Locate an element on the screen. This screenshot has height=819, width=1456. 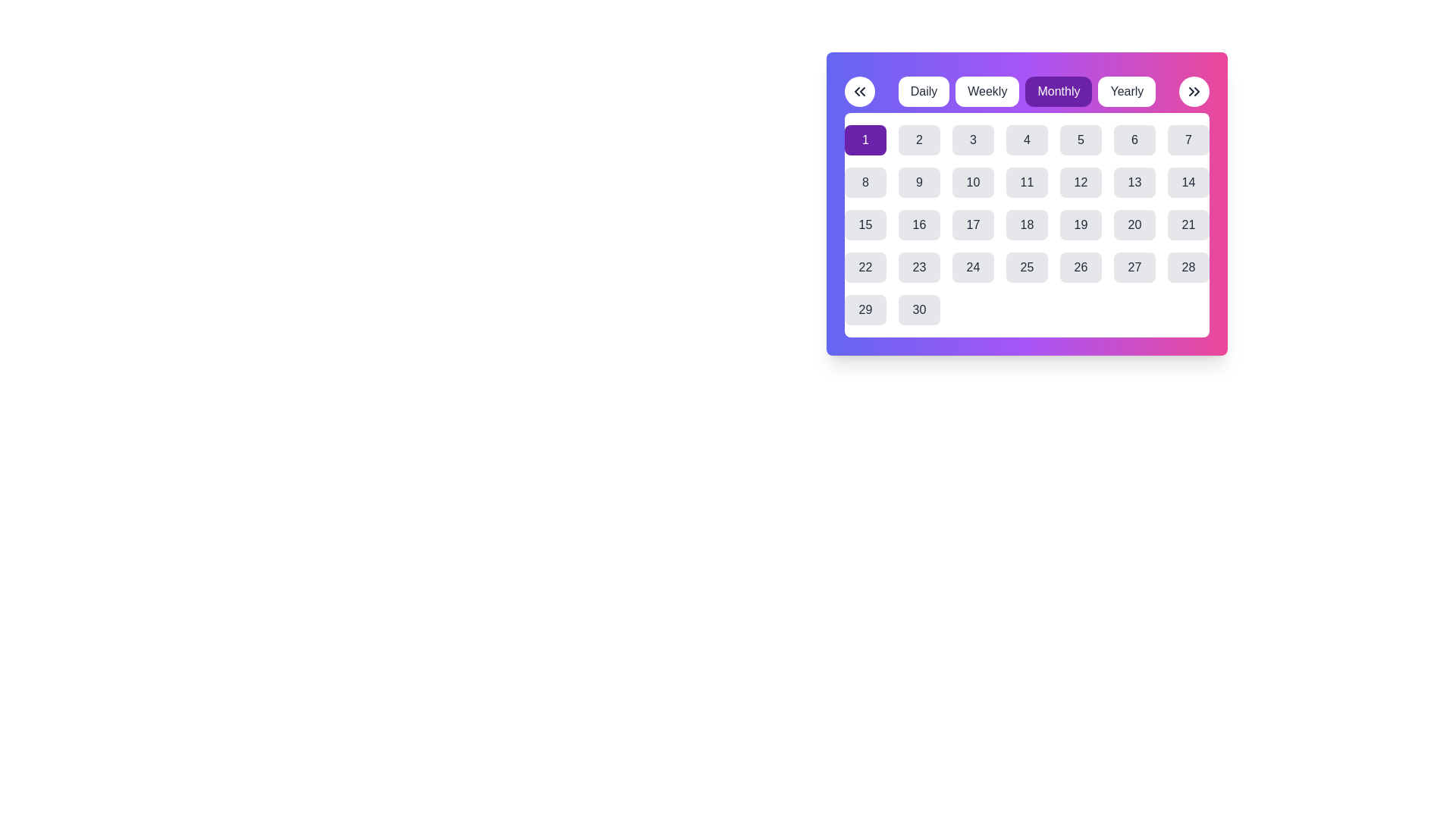
the button displaying the number '26' in the calendar widget is located at coordinates (1080, 267).